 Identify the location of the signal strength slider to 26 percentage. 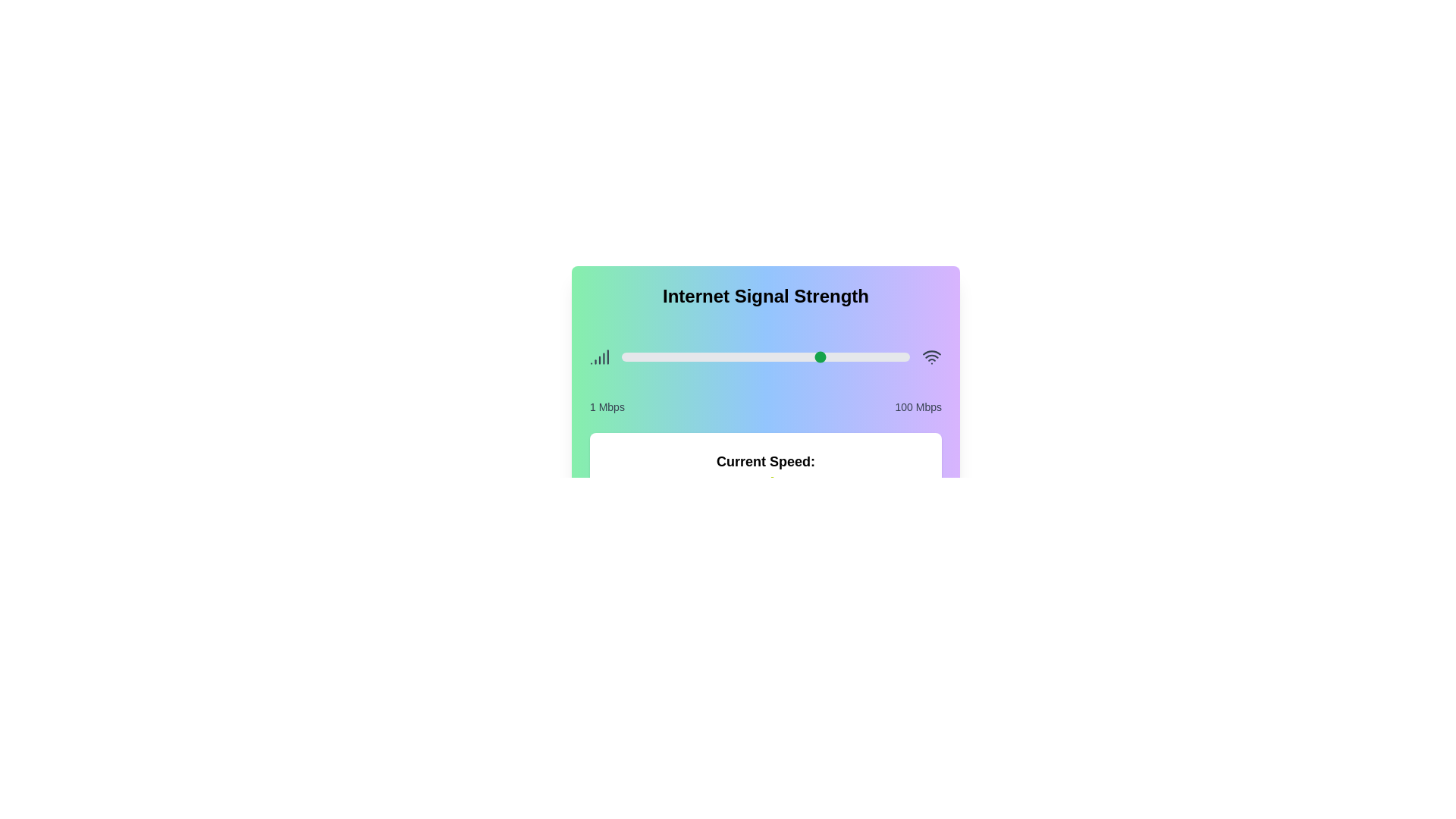
(695, 356).